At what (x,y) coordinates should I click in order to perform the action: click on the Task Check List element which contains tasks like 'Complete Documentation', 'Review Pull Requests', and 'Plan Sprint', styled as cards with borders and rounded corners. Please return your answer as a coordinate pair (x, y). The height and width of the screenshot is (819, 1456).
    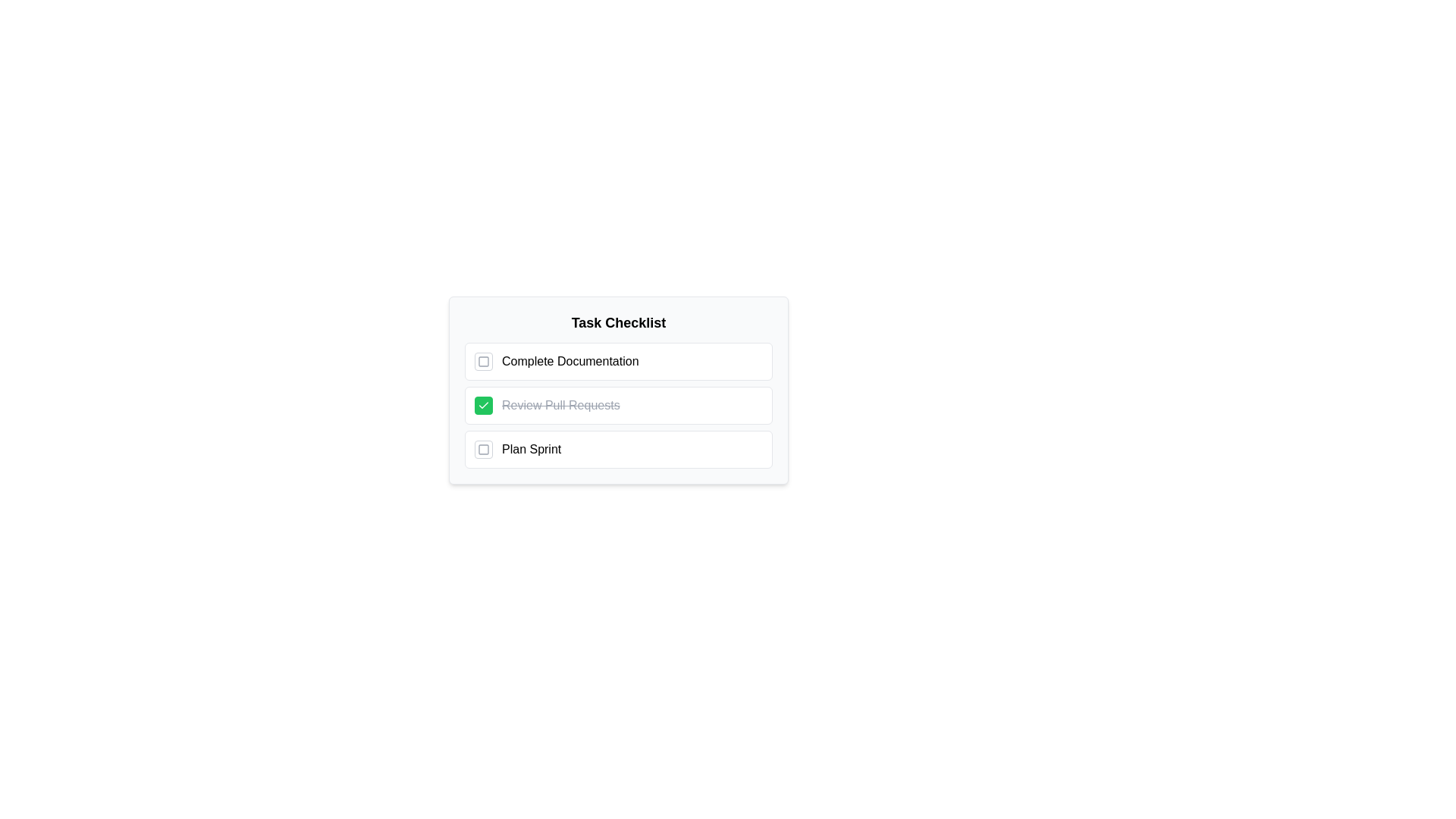
    Looking at the image, I should click on (619, 405).